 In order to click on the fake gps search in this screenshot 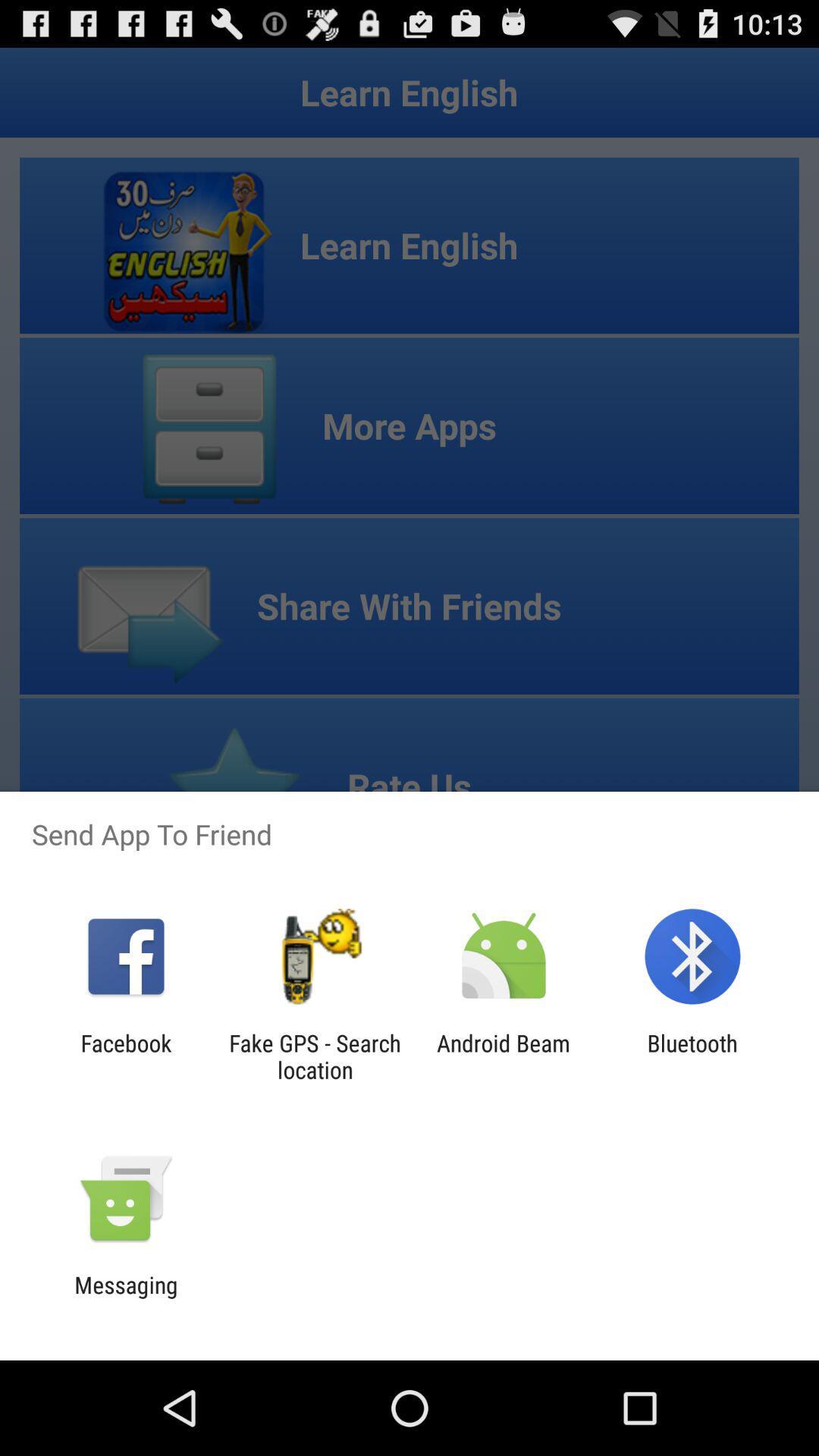, I will do `click(314, 1056)`.